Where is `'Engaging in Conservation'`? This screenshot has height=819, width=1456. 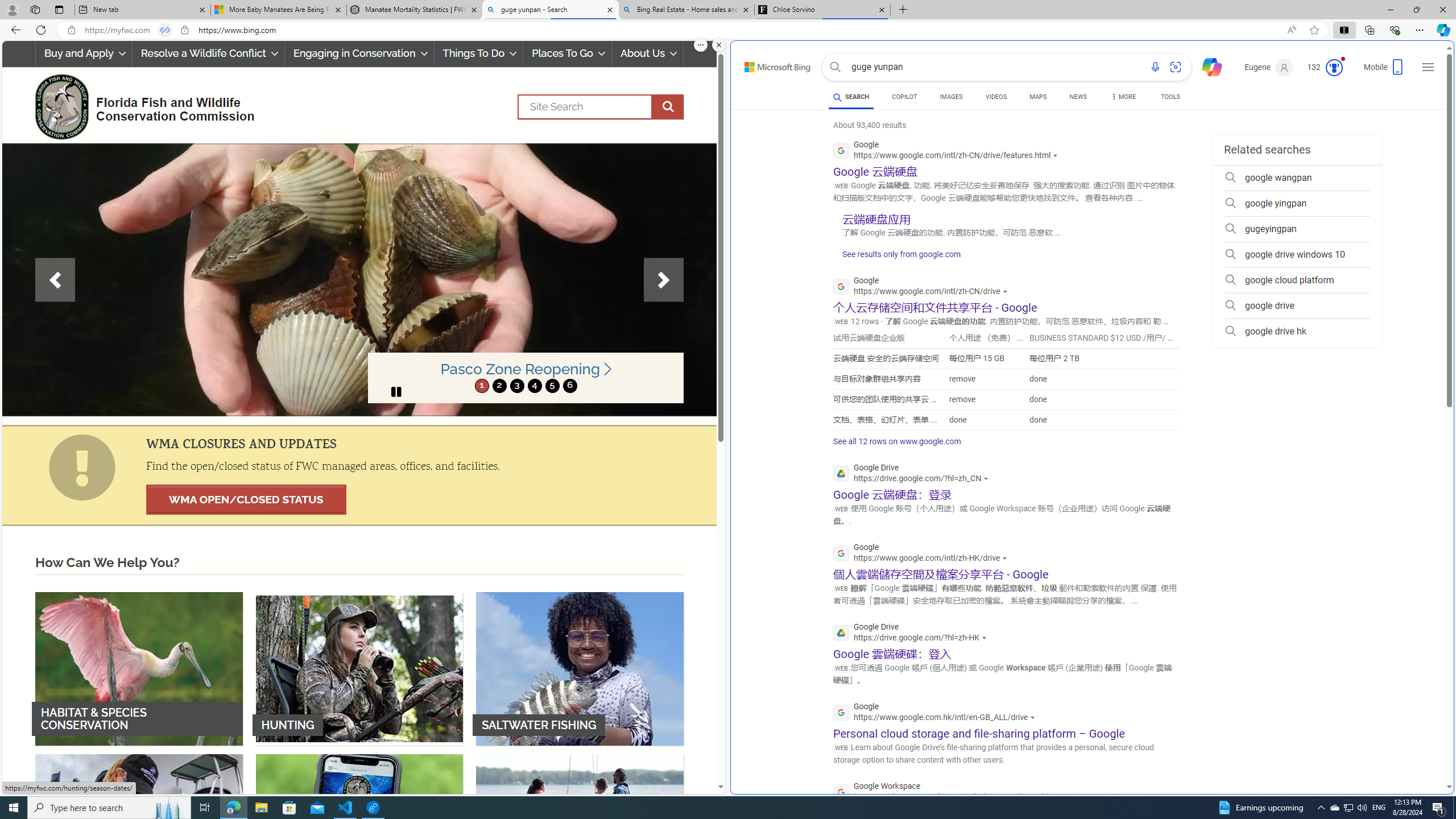 'Engaging in Conservation' is located at coordinates (359, 53).